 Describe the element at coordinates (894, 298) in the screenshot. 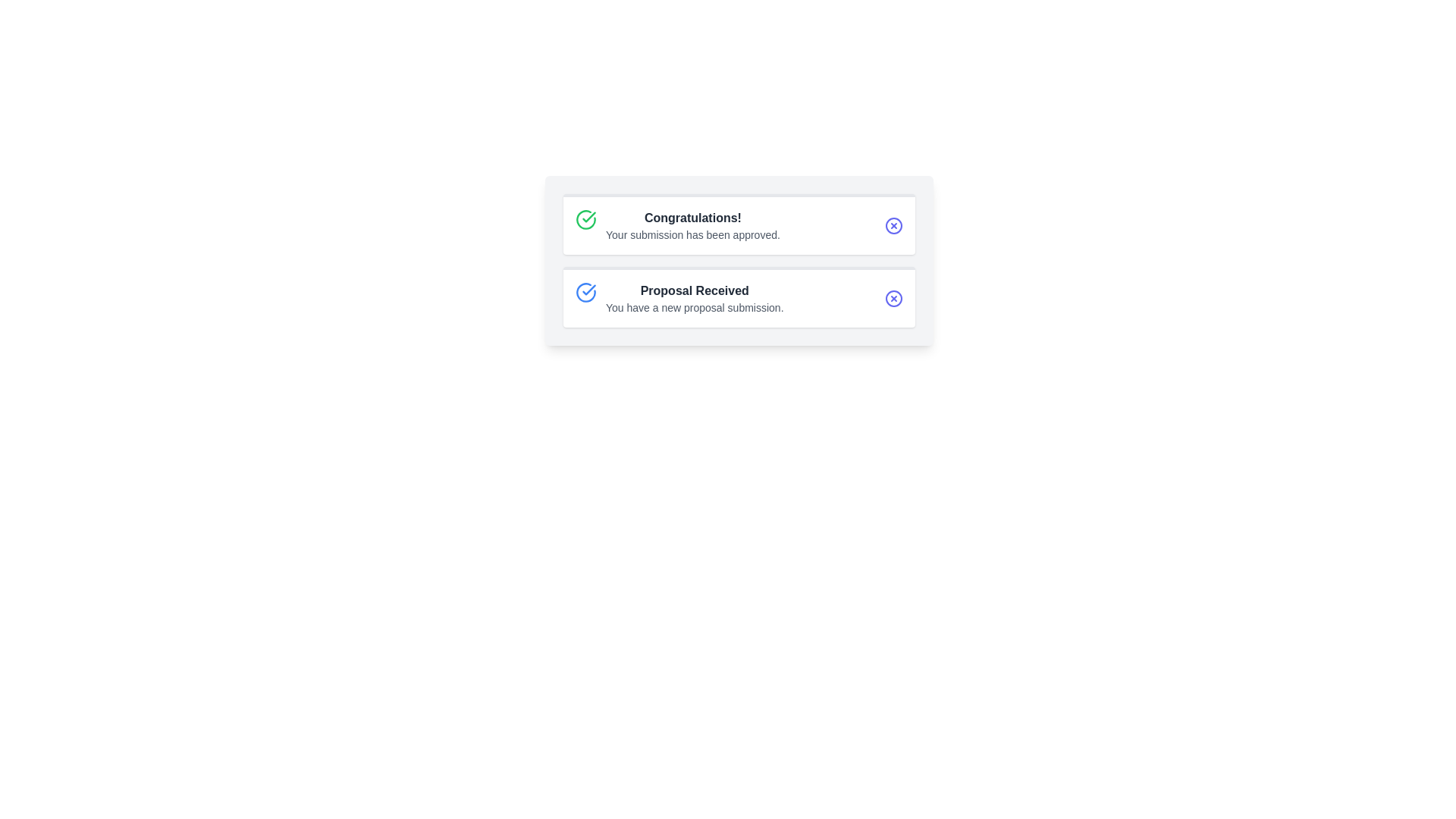

I see `the circular boundary of the 'Circle X' icon, which is located to the right of the 'Proposal Received' text` at that location.